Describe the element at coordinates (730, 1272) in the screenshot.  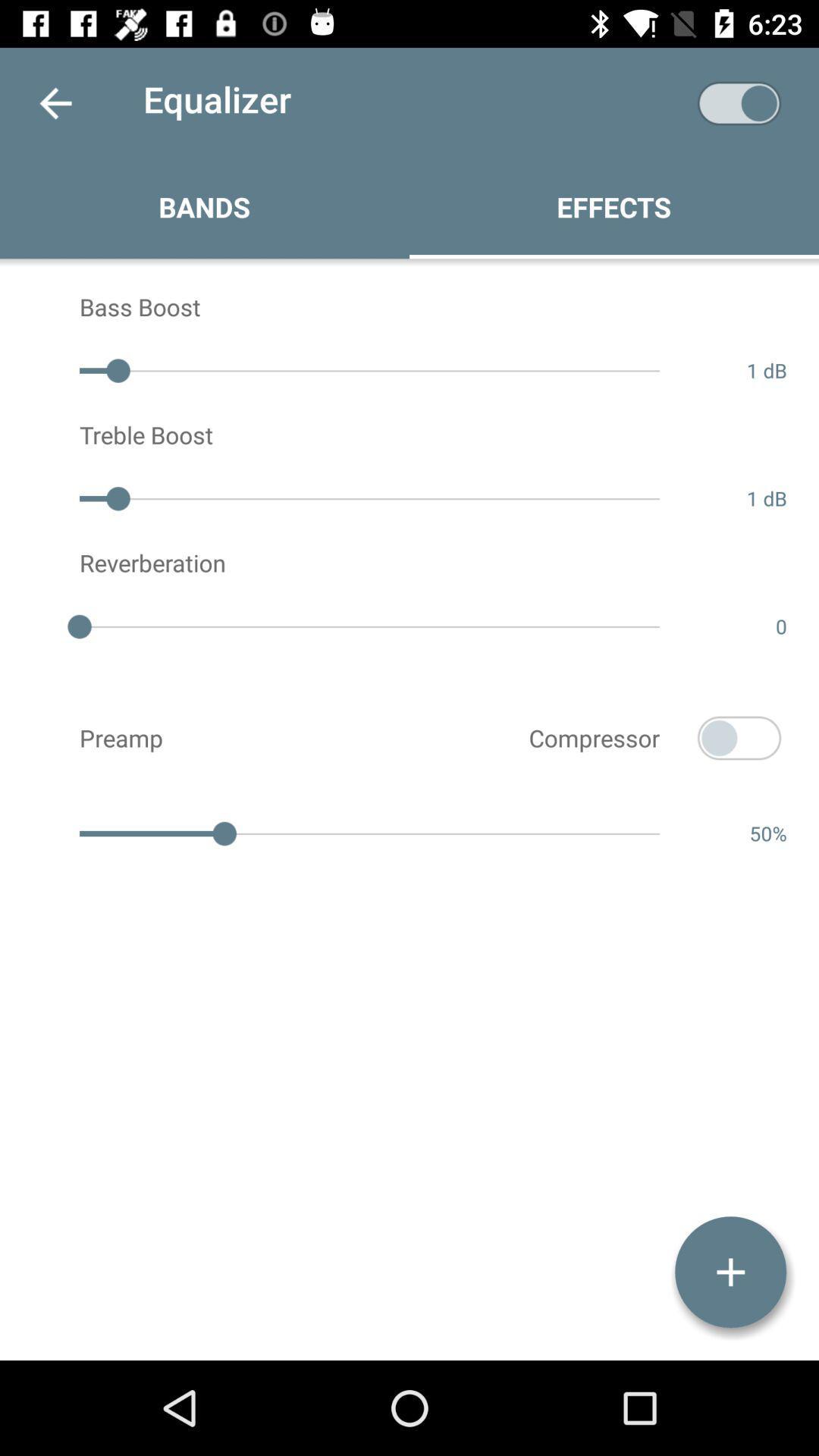
I see `the add icon` at that location.